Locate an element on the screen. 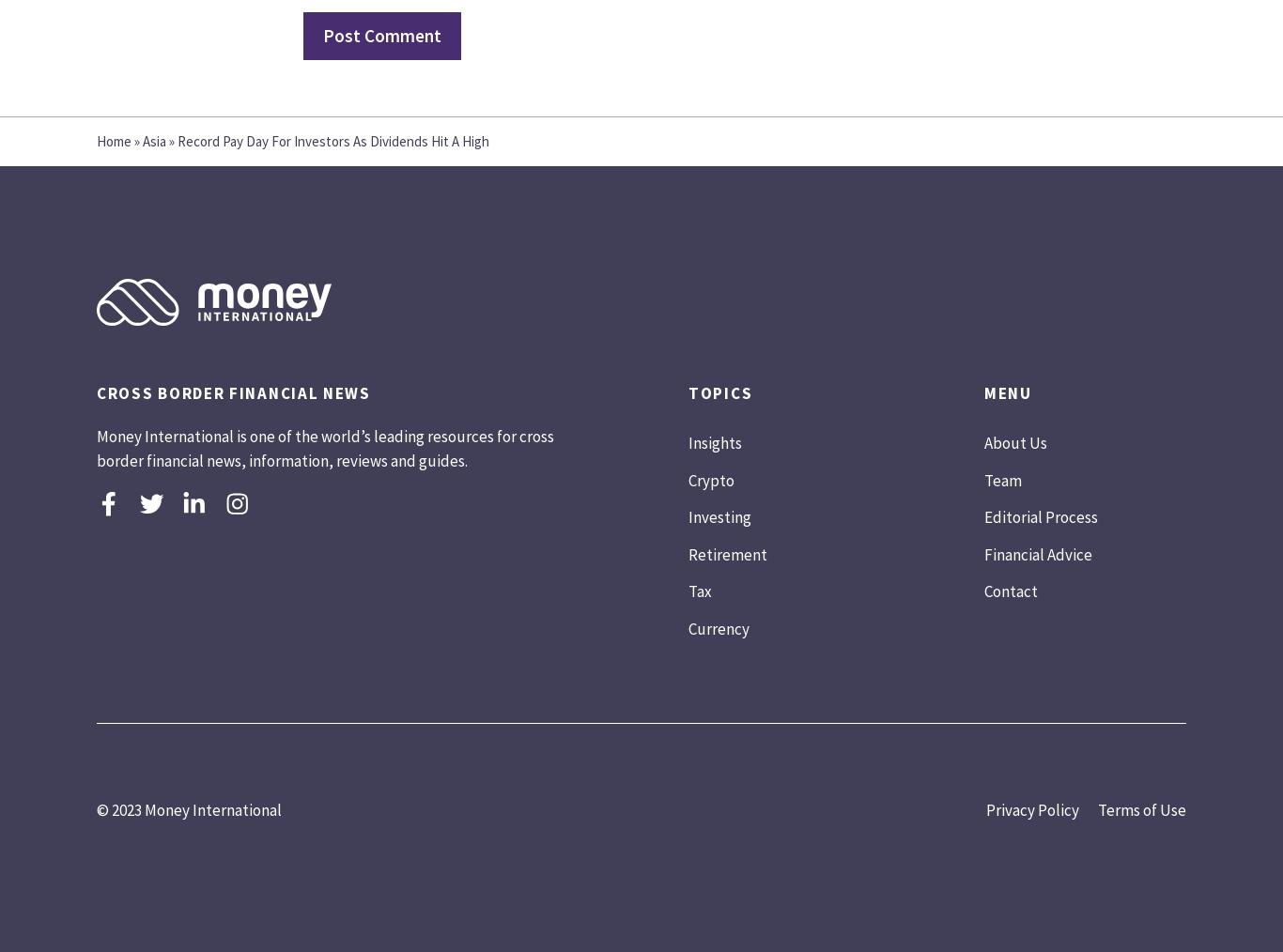 The image size is (1283, 952). 'About Us' is located at coordinates (982, 443).